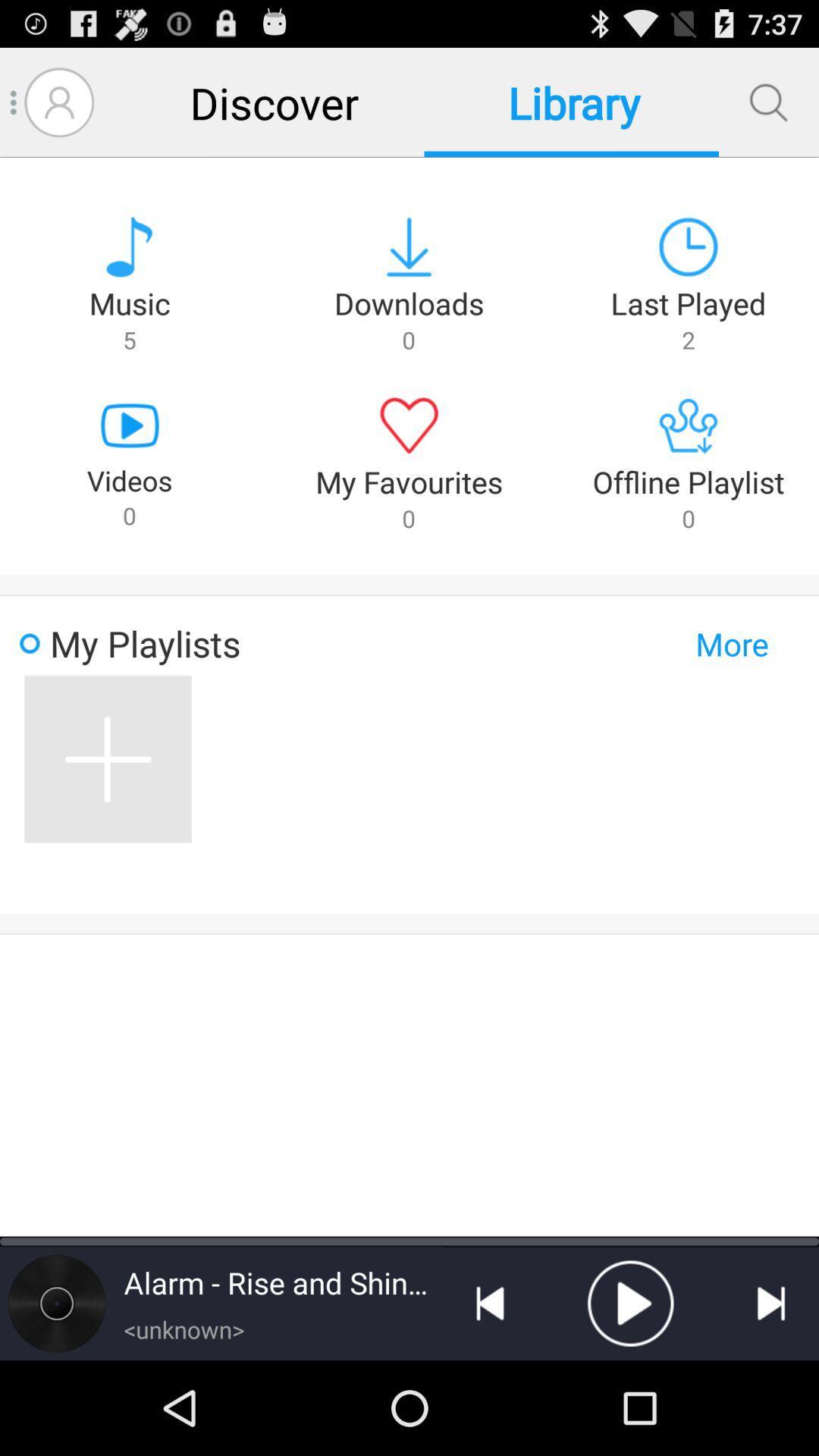  What do you see at coordinates (58, 102) in the screenshot?
I see `the app to the left of the discover` at bounding box center [58, 102].